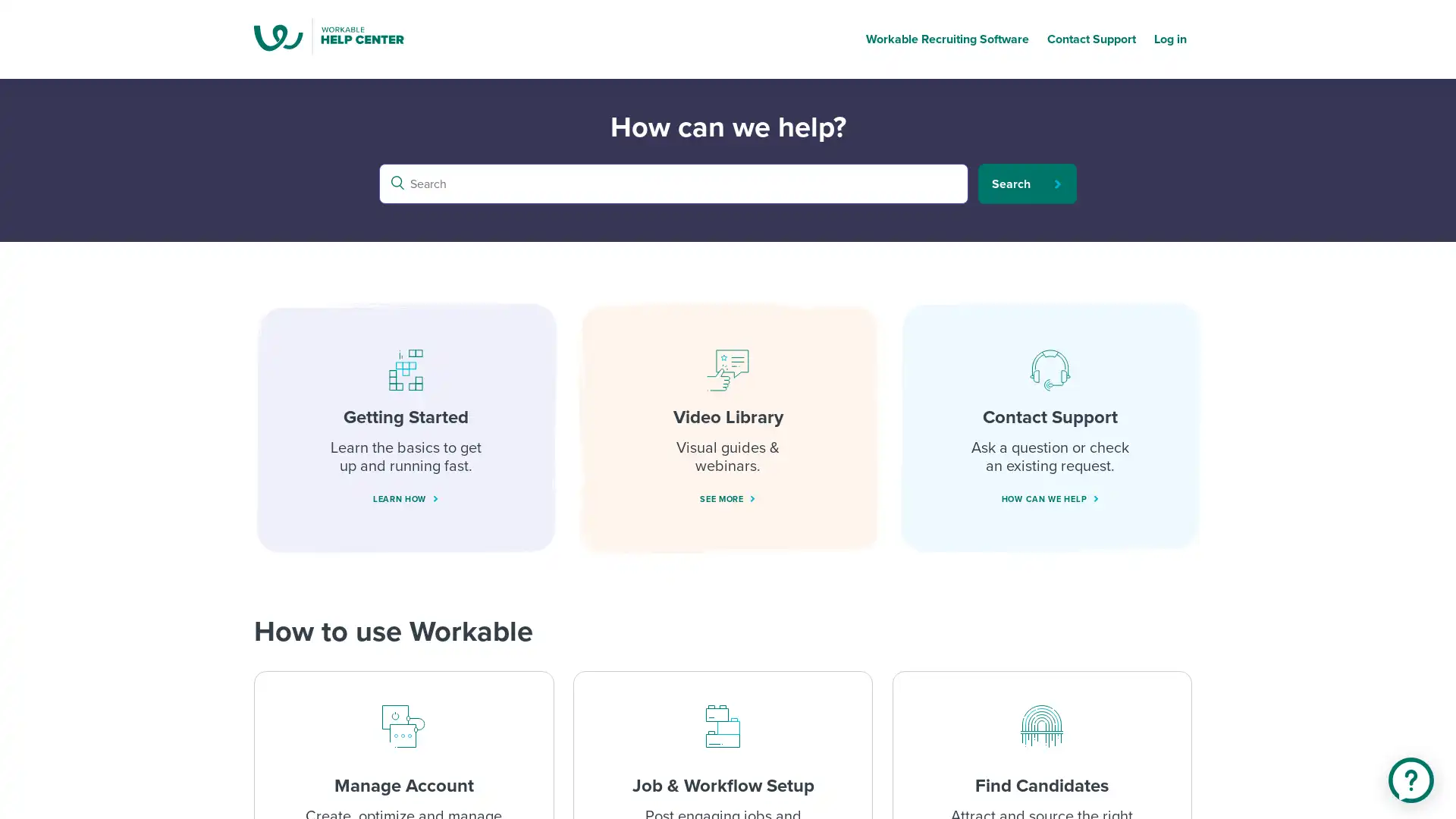 The height and width of the screenshot is (819, 1456). Describe the element at coordinates (1177, 38) in the screenshot. I see `Log in` at that location.